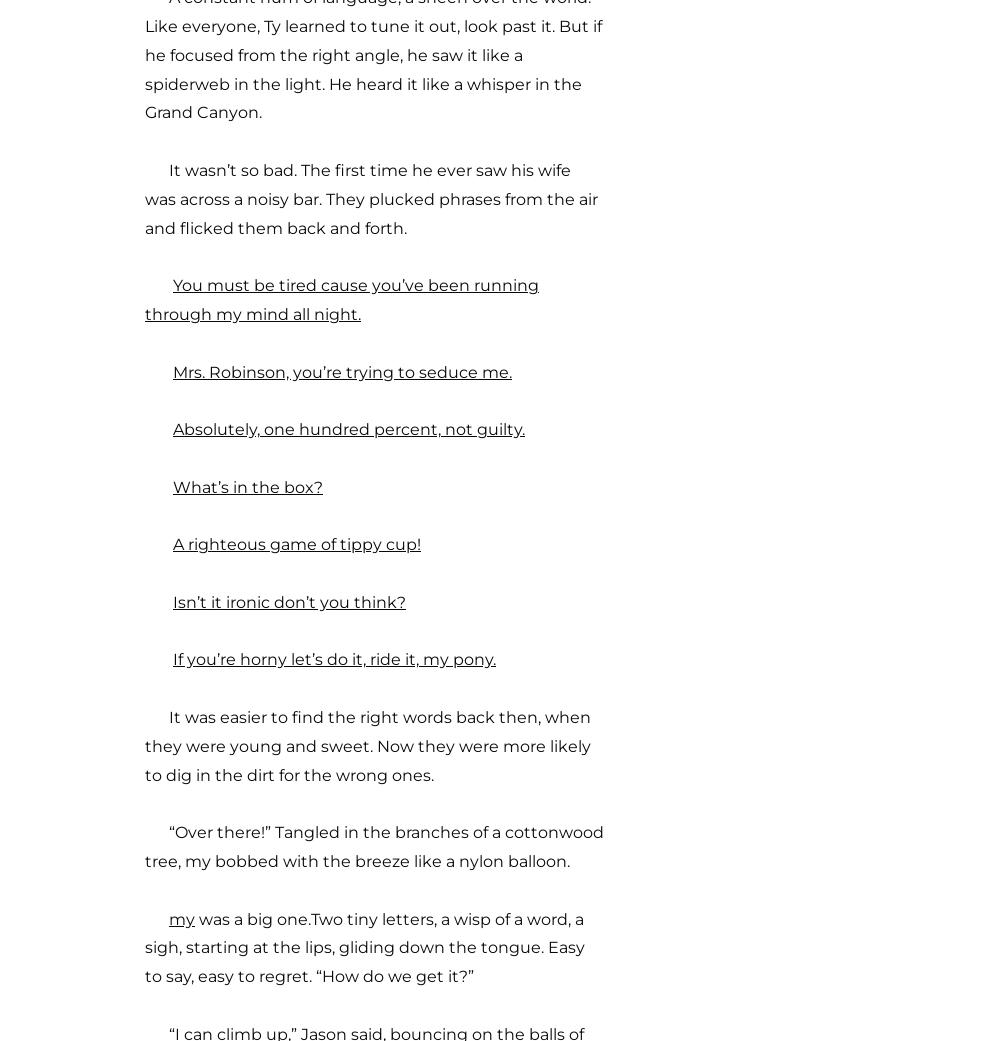 The height and width of the screenshot is (1041, 1000). I want to click on 'You must be tired cause you’ve been running through my mind all night.', so click(341, 298).